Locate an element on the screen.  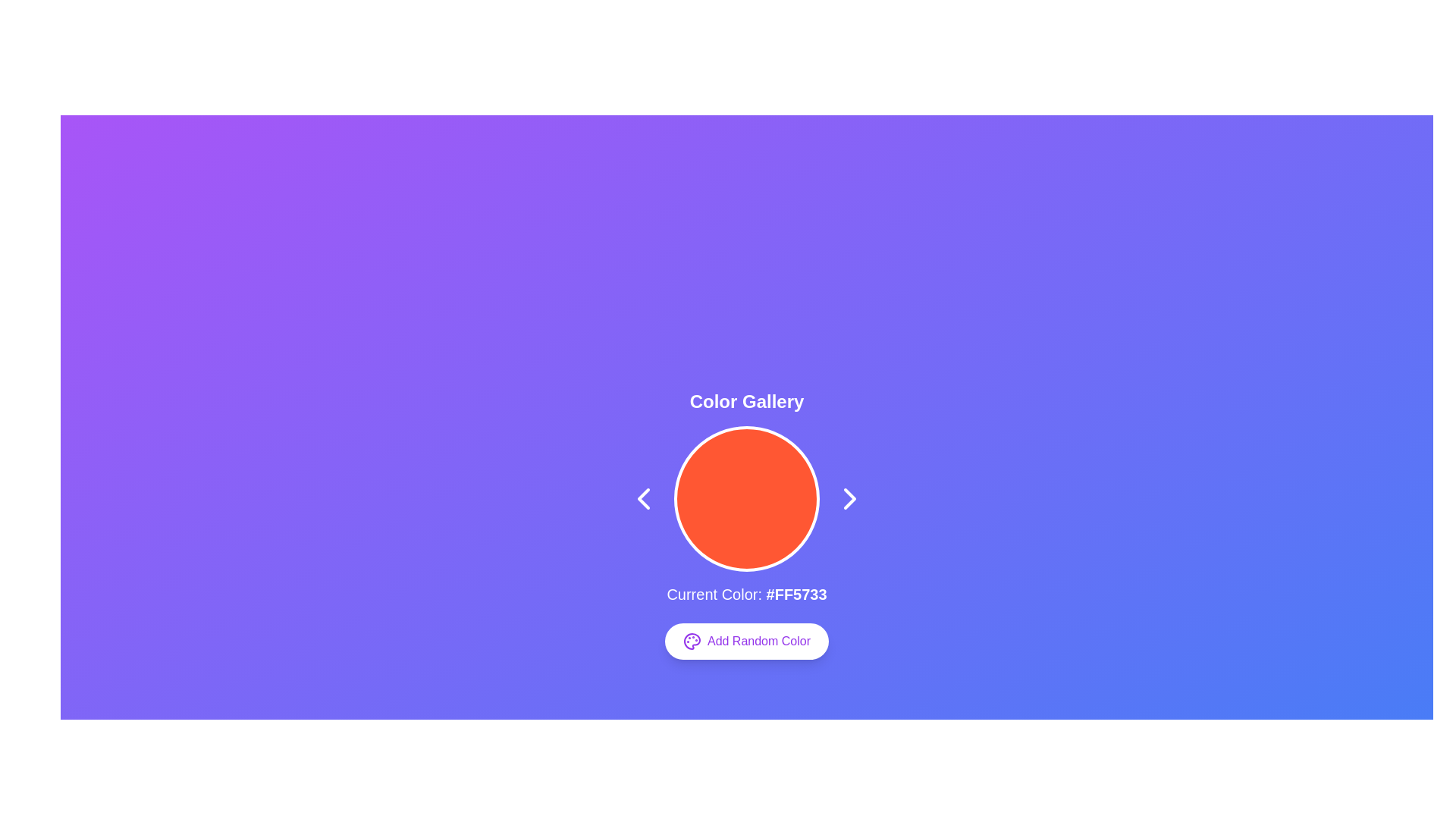
the leftward chevron button, which is a white navigational control located to the left of the circular color block, to go to the previous item is located at coordinates (644, 499).